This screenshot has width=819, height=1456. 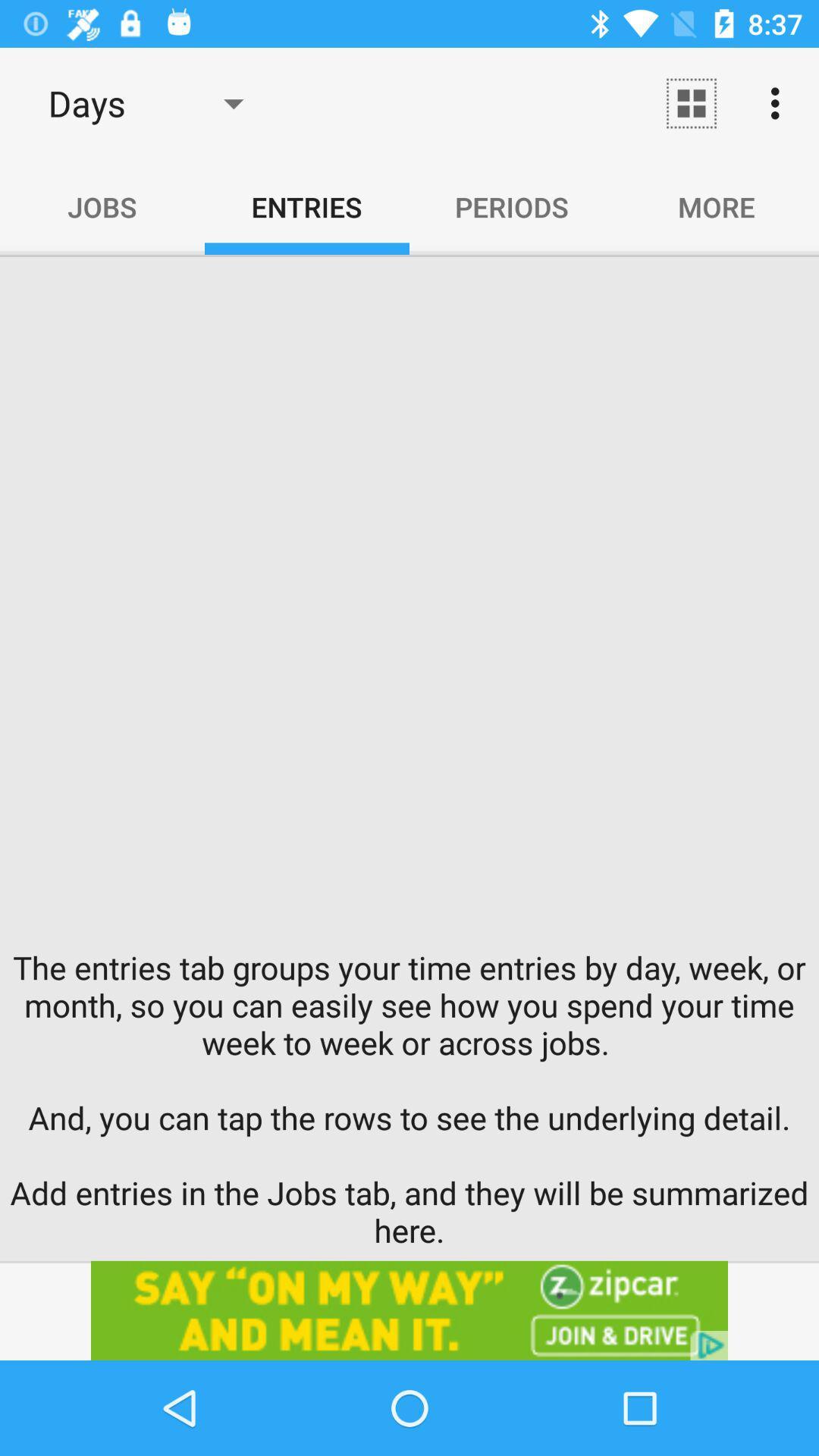 I want to click on advertisement for zipcar, so click(x=409, y=1310).